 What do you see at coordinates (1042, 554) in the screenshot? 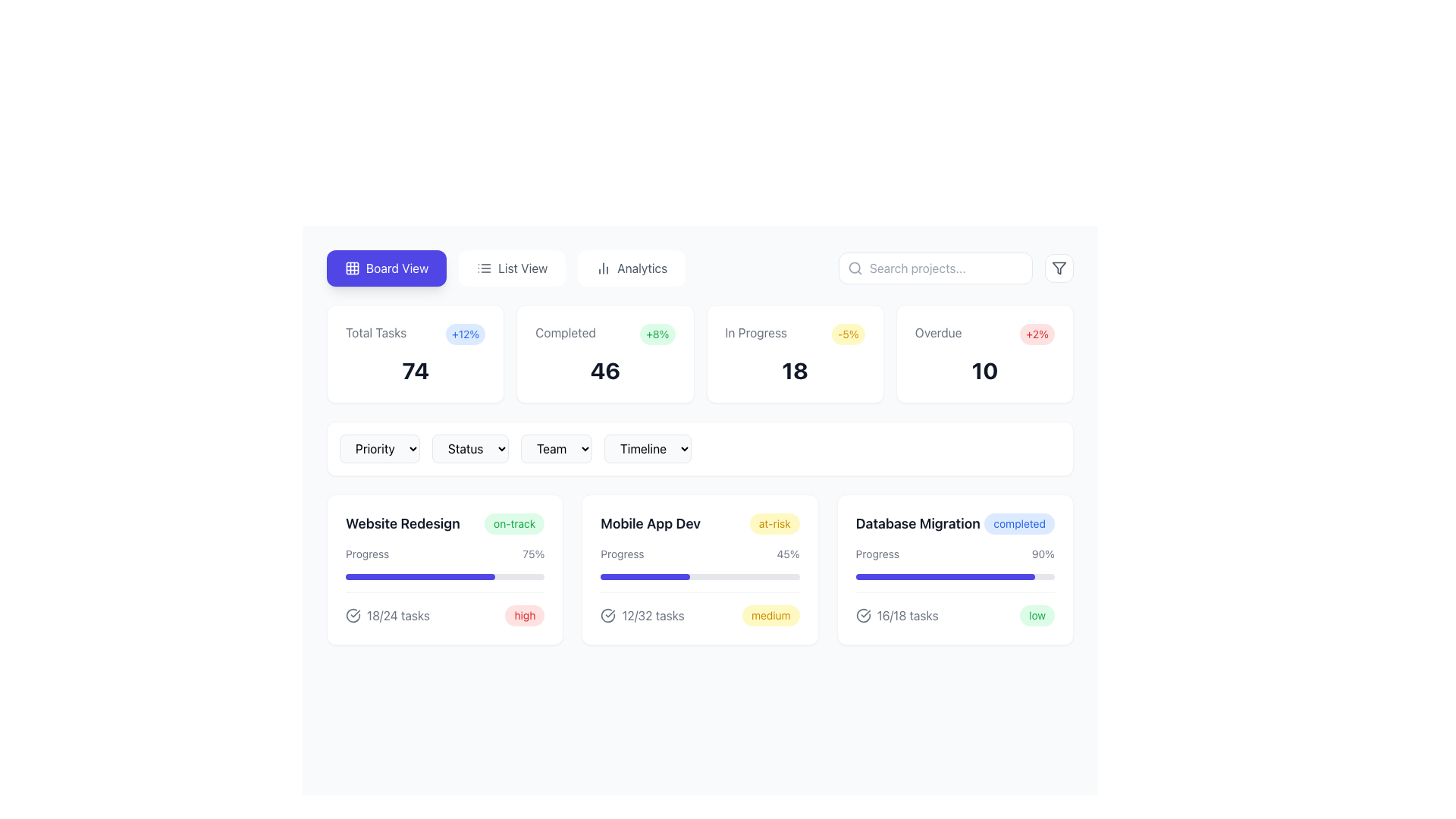
I see `the '90%' text label, which is styled in bold gray font and serves as a percentage indicator in the 'Database Migration' card` at bounding box center [1042, 554].